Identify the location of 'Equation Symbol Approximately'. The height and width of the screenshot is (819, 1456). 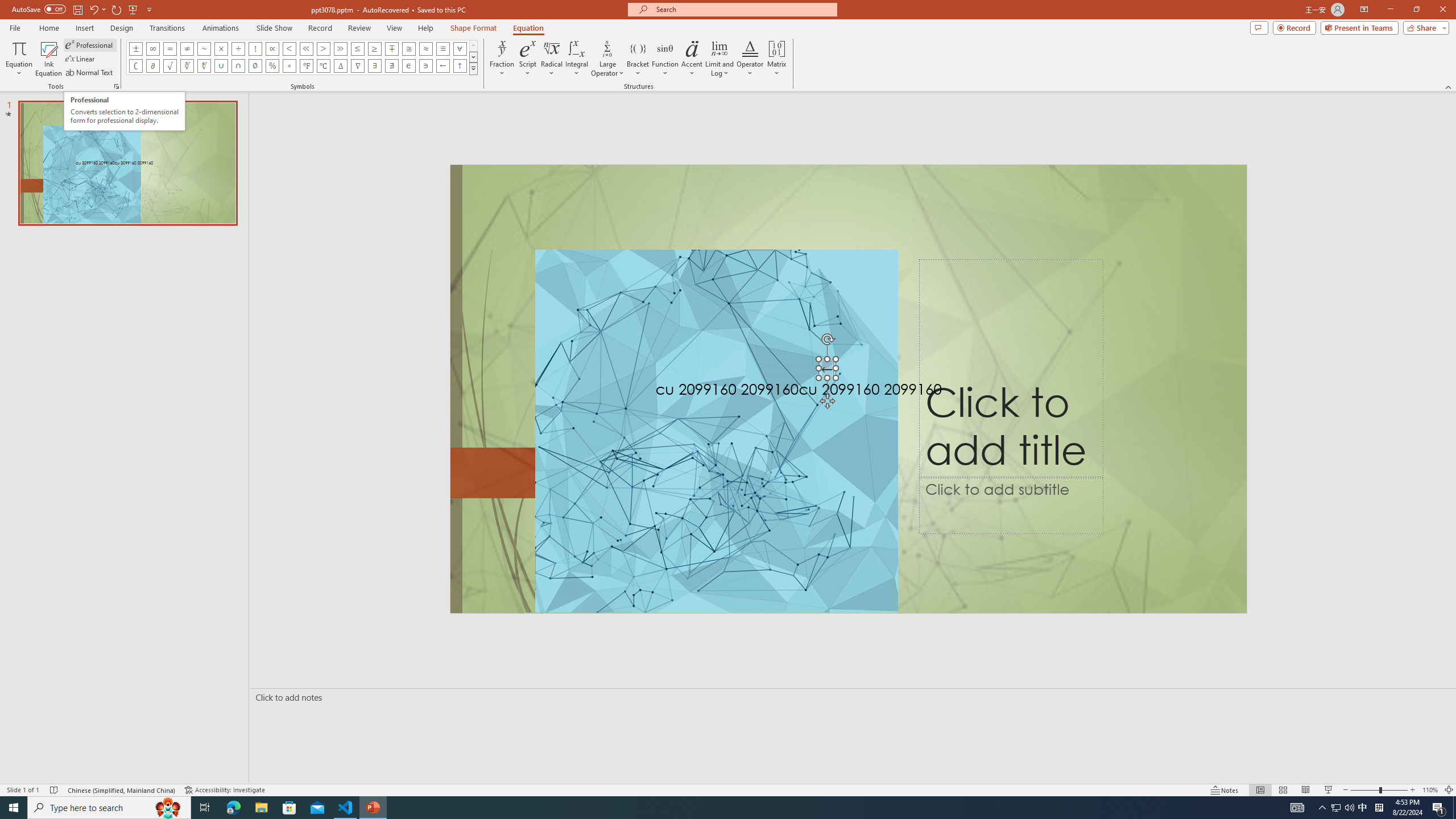
(204, 48).